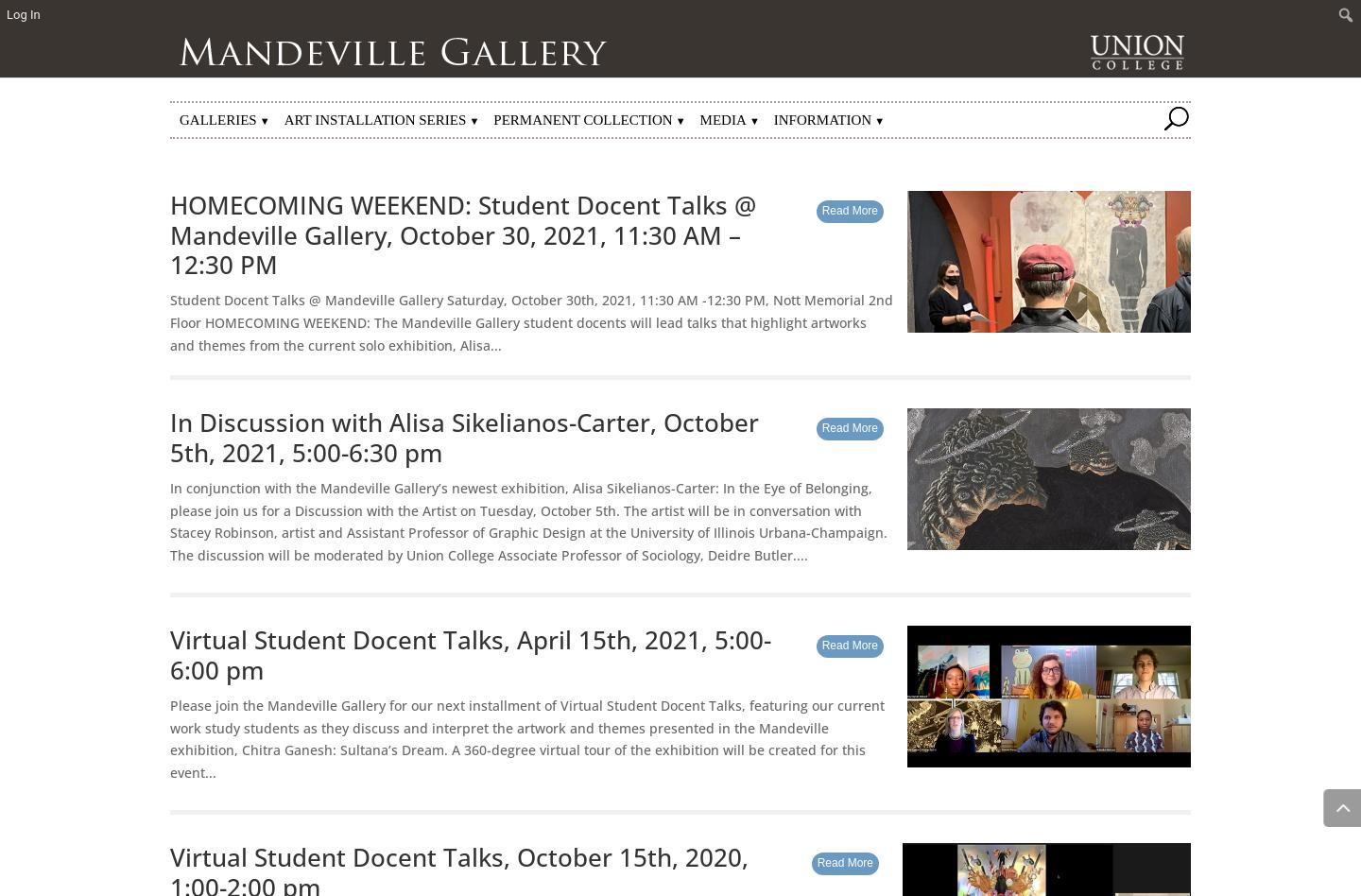 This screenshot has width=1361, height=896. I want to click on 'Wikoff Student Gallery', so click(270, 173).